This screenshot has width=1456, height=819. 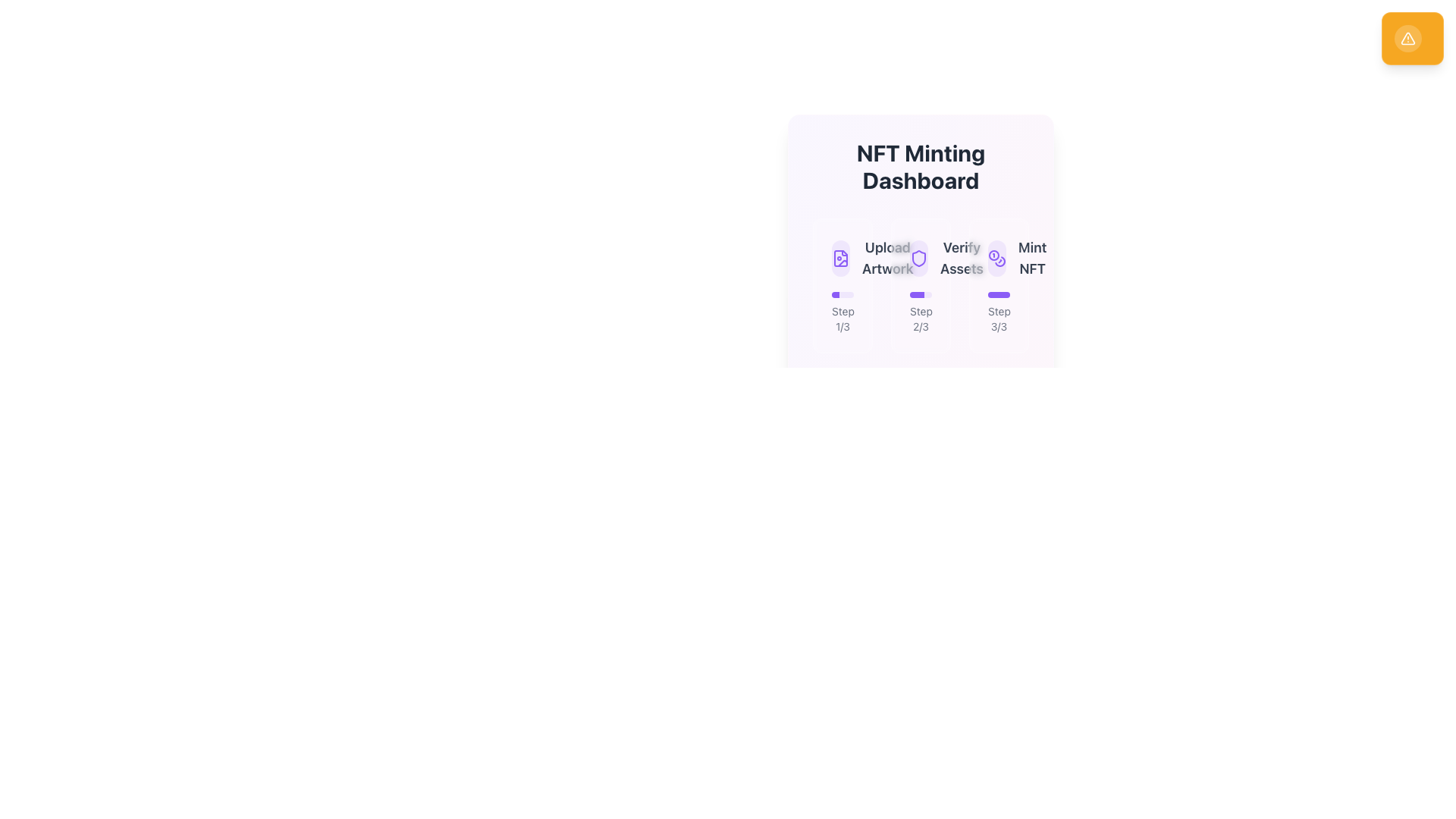 What do you see at coordinates (920, 286) in the screenshot?
I see `one of the cards in the grid layout under 'NFT Minting Dashboard'` at bounding box center [920, 286].